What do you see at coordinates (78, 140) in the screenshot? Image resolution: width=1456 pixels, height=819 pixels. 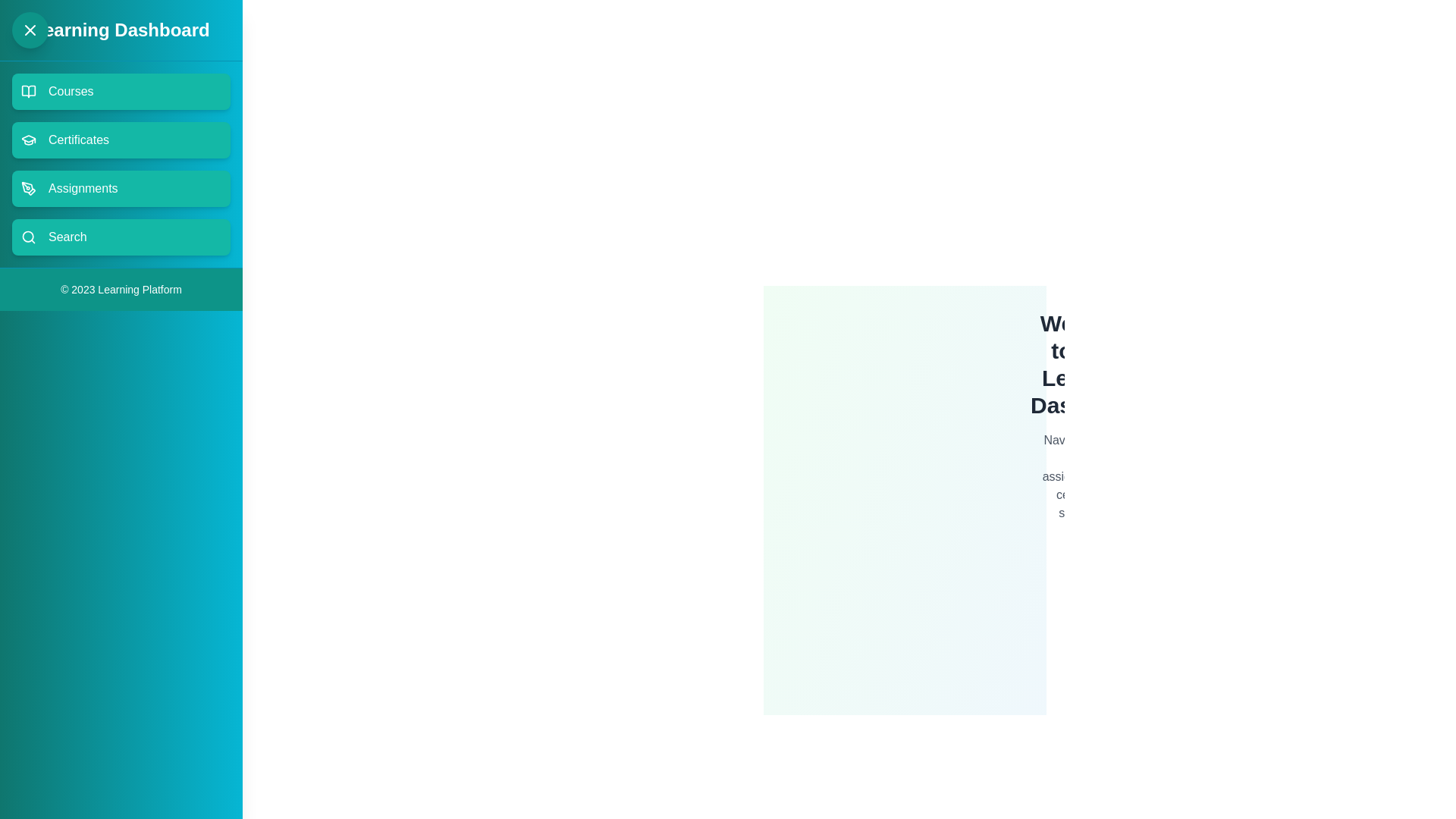 I see `the 'Certificates' text label within the sidebar navigation menu` at bounding box center [78, 140].